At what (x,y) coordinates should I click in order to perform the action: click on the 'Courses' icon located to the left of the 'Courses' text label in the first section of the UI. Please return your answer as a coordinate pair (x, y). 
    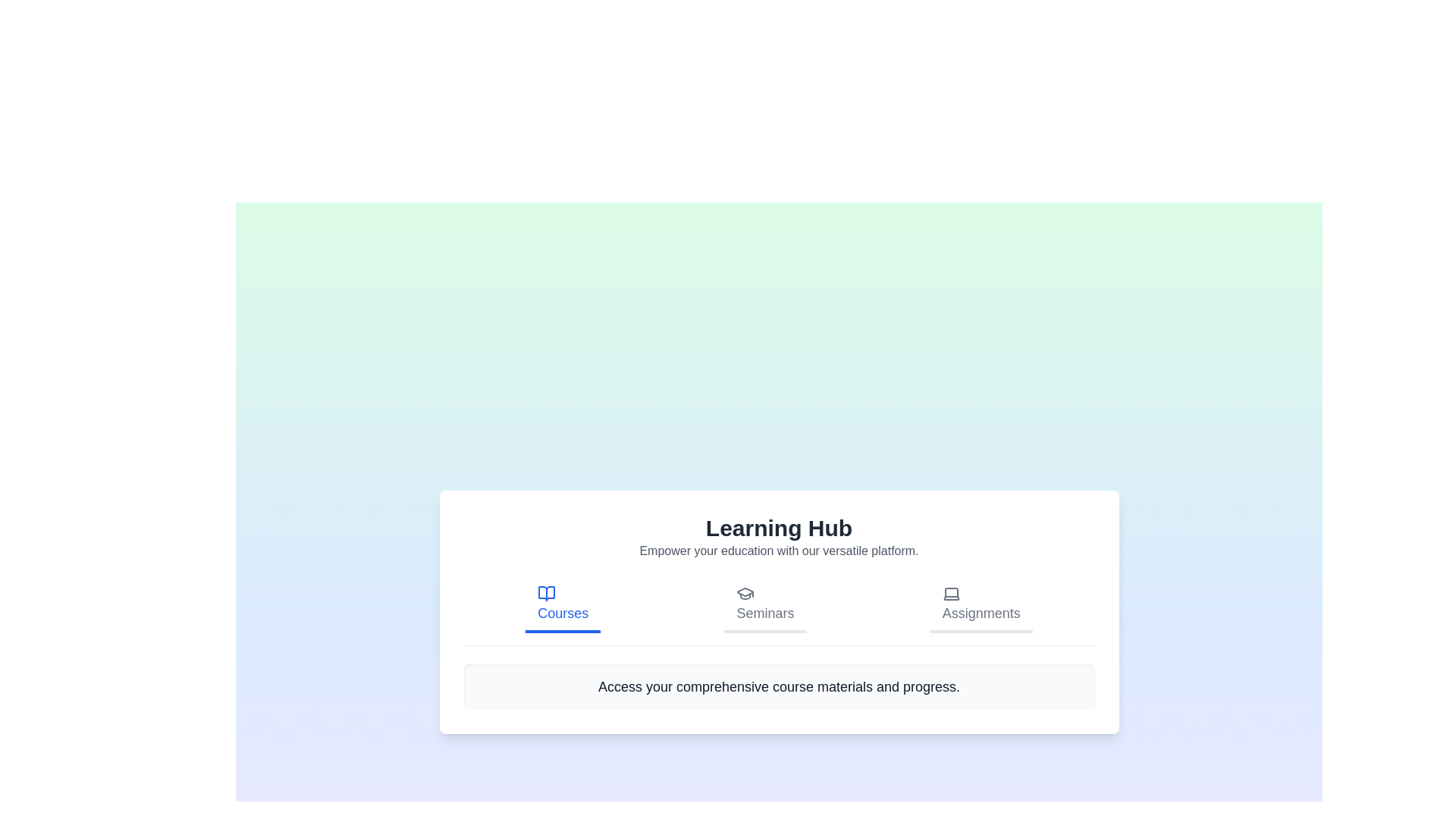
    Looking at the image, I should click on (546, 592).